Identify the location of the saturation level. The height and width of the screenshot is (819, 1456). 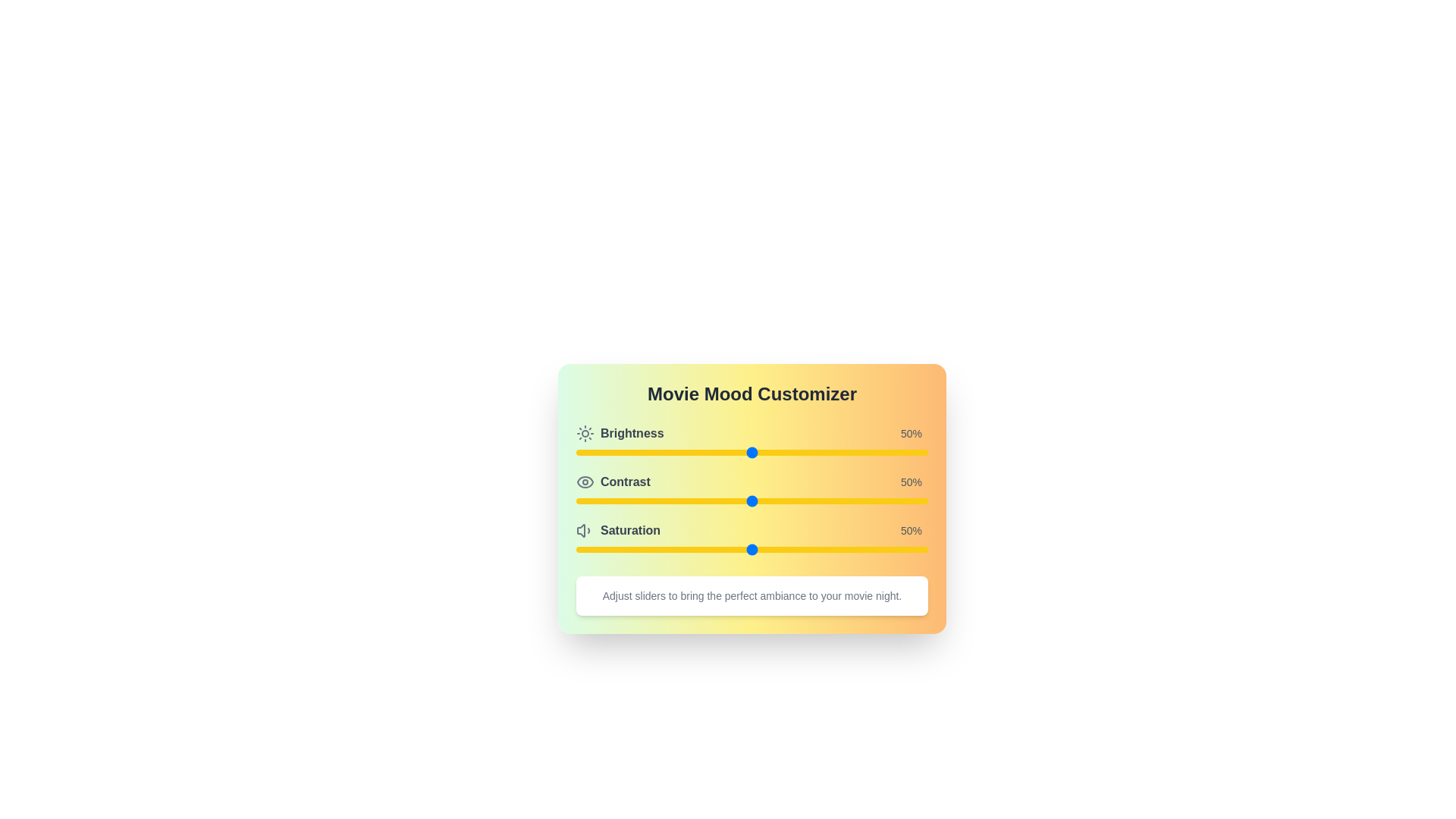
(657, 550).